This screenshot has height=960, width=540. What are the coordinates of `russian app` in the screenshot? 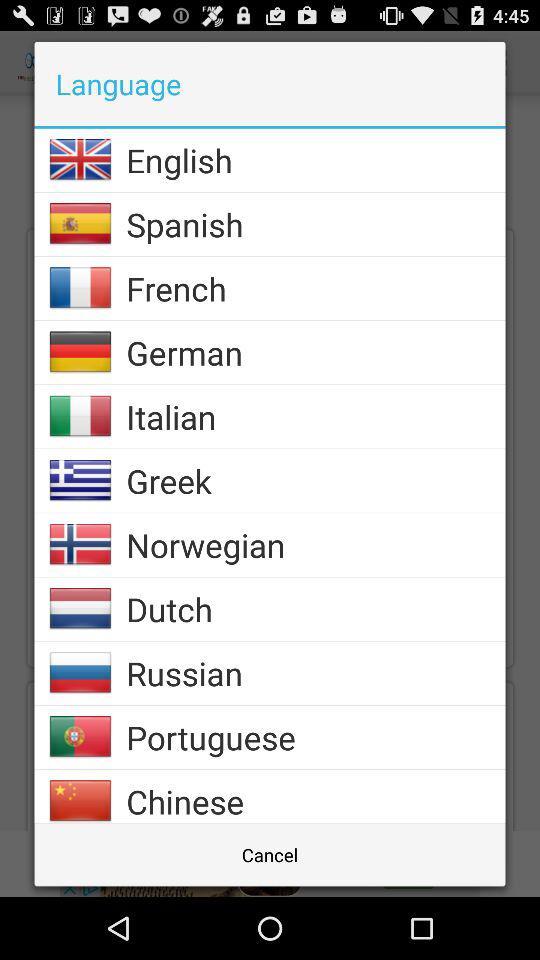 It's located at (315, 673).